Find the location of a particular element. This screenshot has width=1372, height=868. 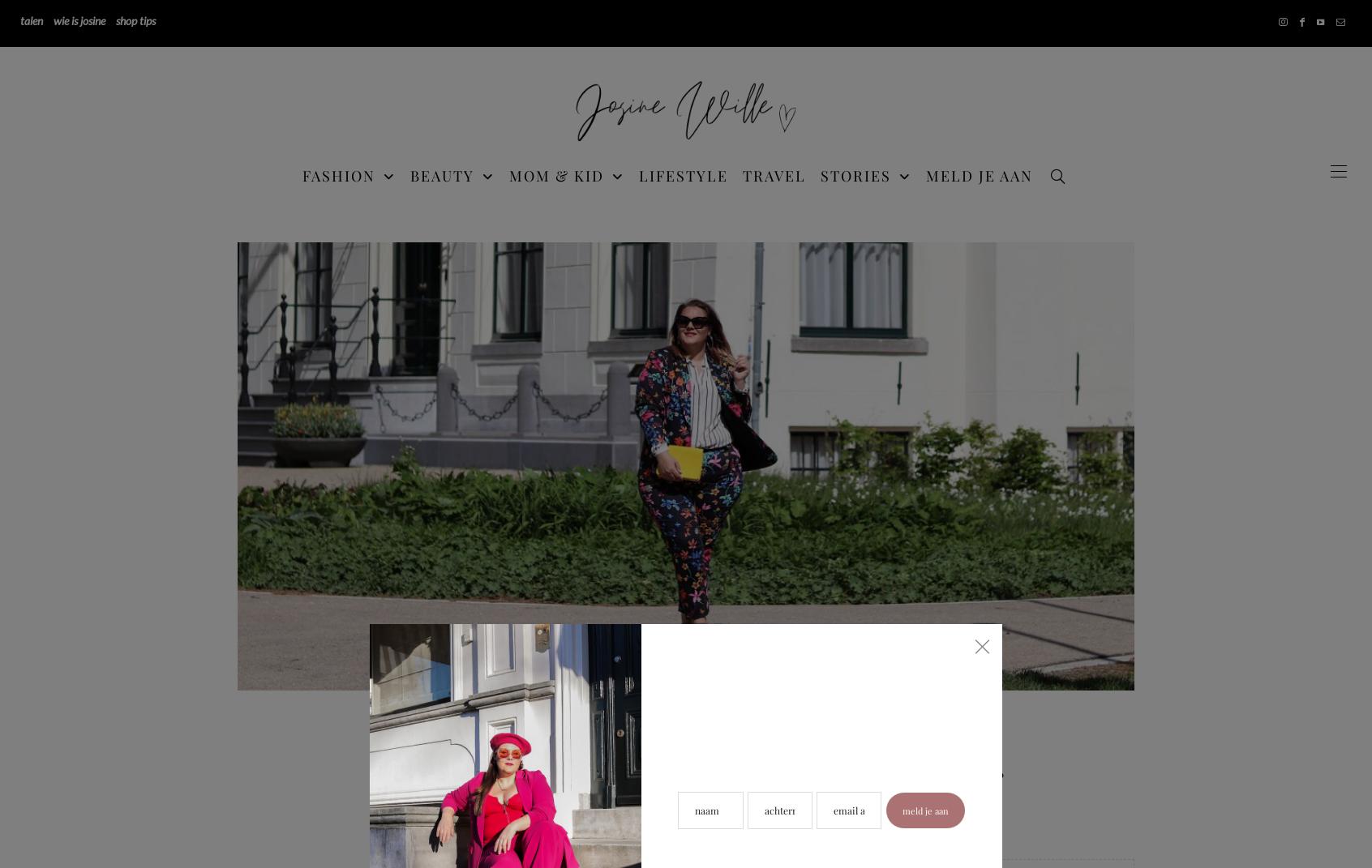

'ZWANGERSCHAP' is located at coordinates (1087, 362).